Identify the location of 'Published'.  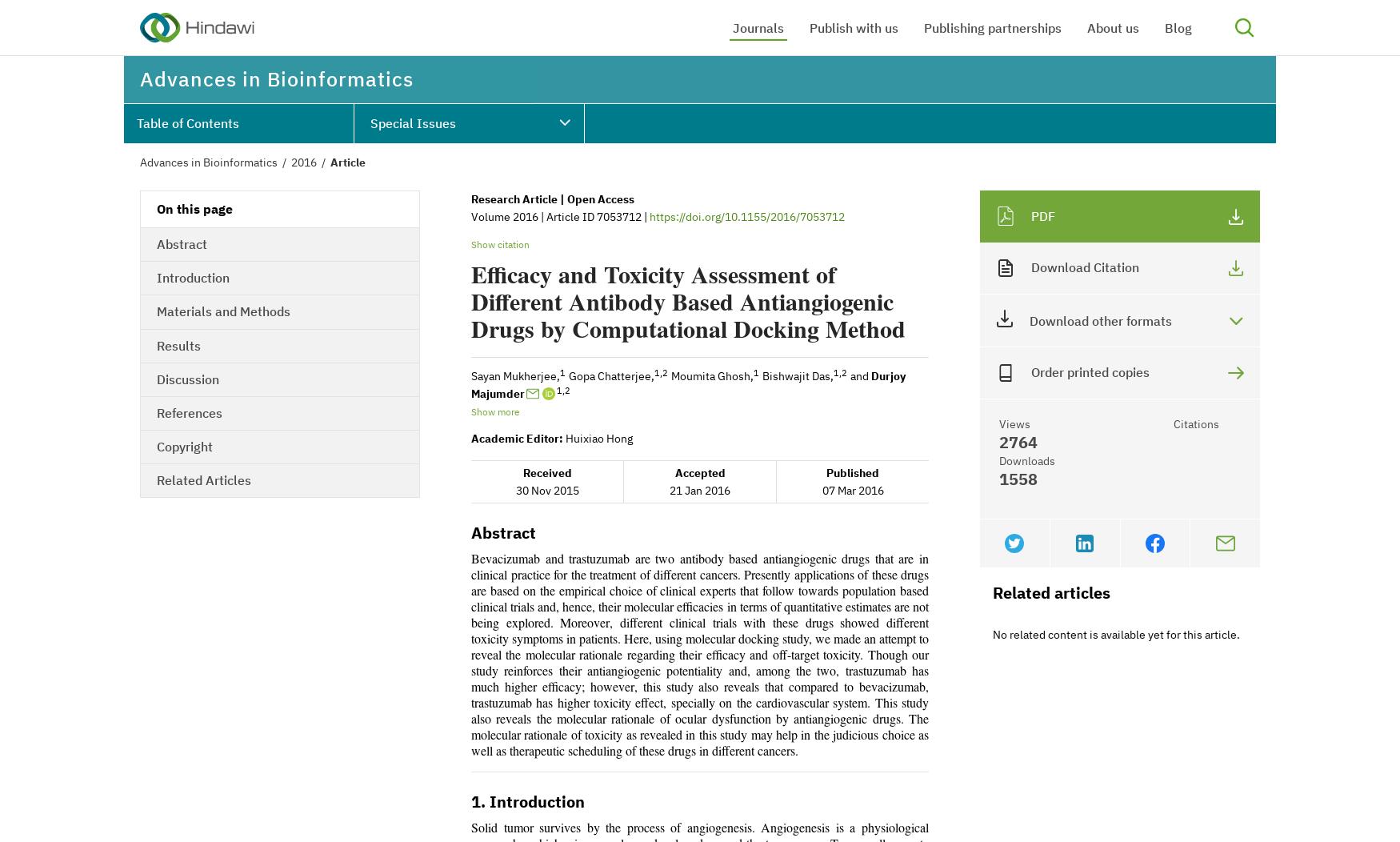
(852, 472).